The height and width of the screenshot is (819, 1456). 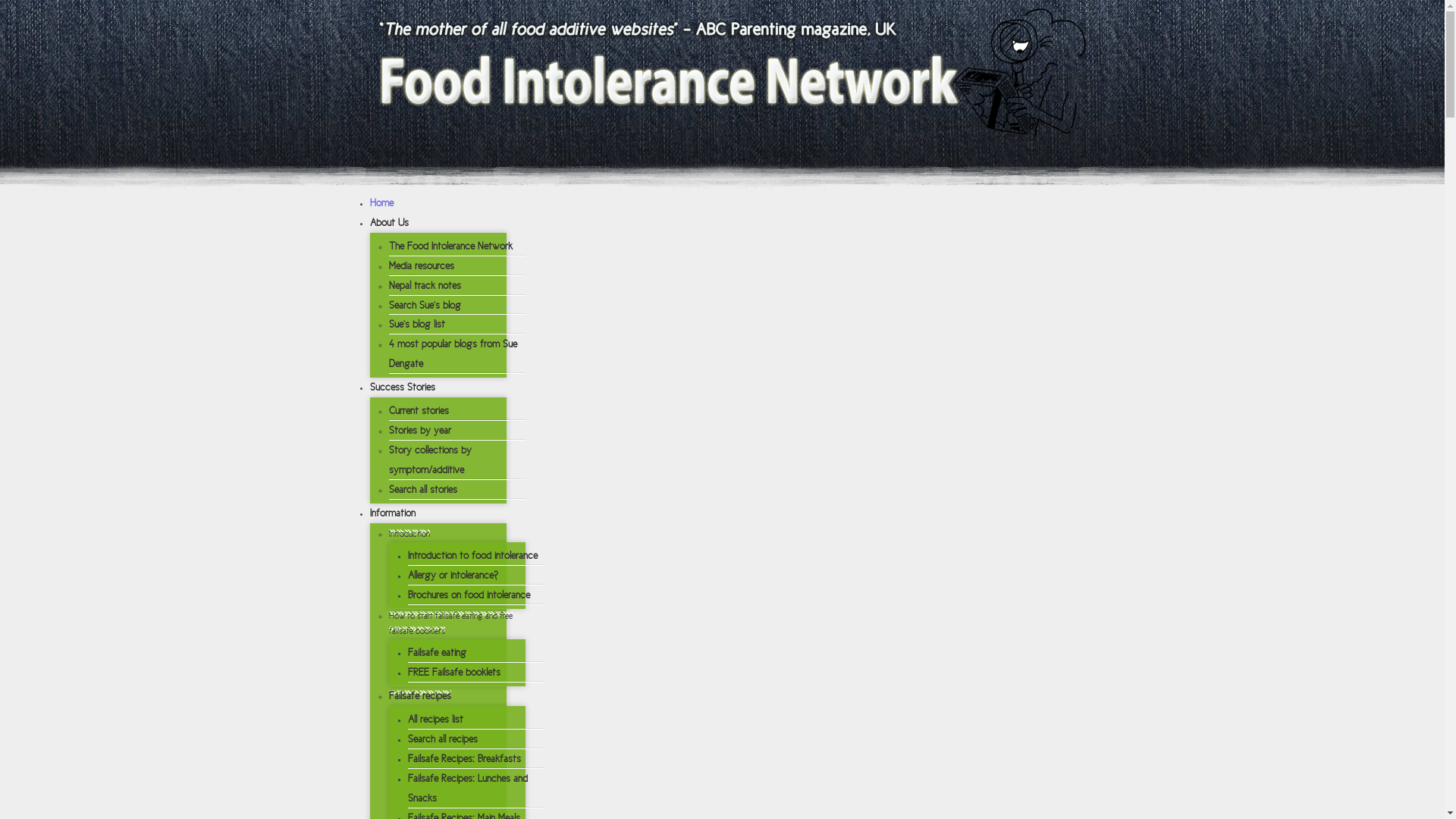 I want to click on 'Search all stories', so click(x=422, y=489).